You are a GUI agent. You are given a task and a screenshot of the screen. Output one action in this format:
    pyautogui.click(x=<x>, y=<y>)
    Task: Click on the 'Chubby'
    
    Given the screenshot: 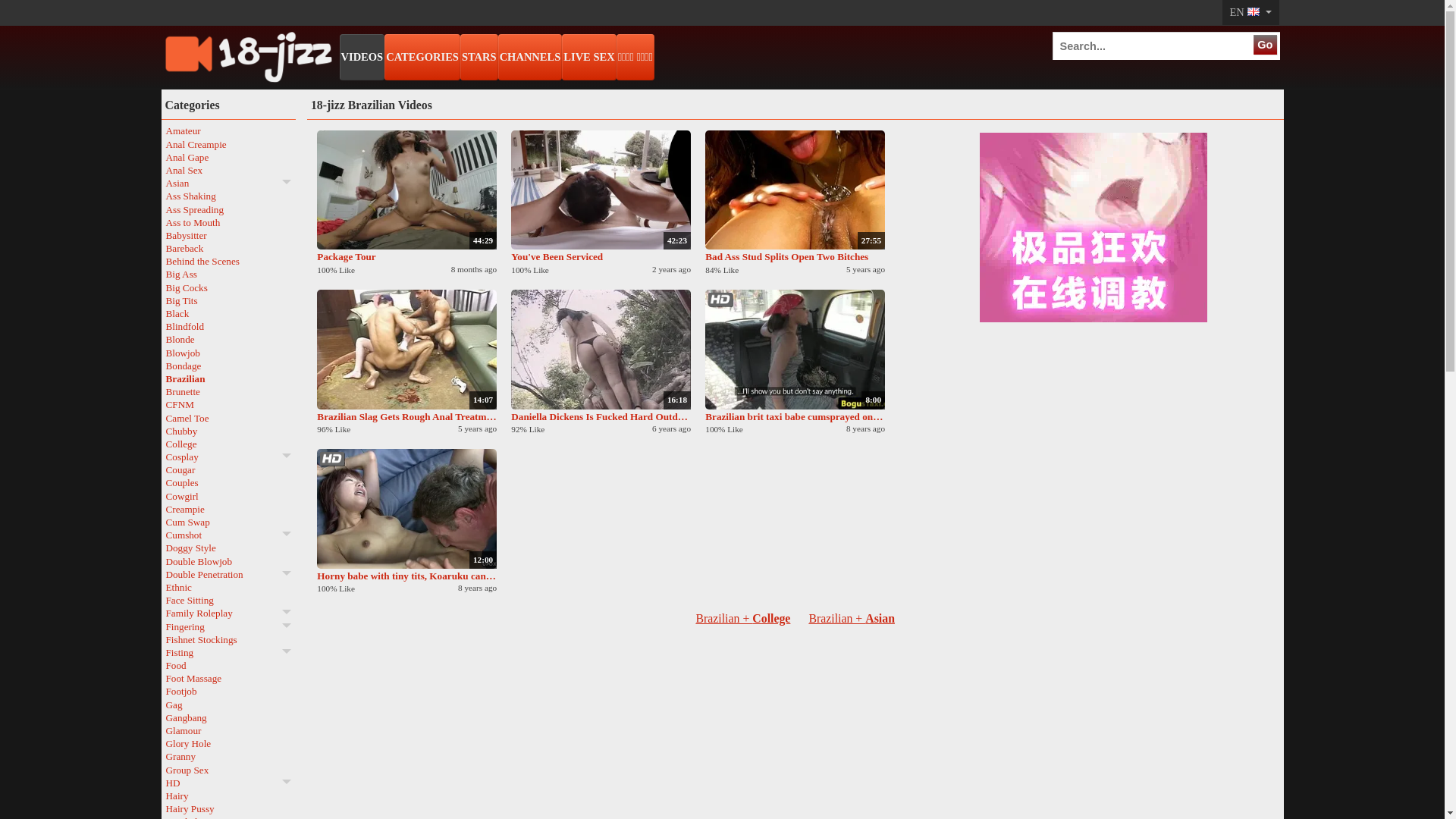 What is the action you would take?
    pyautogui.click(x=227, y=431)
    